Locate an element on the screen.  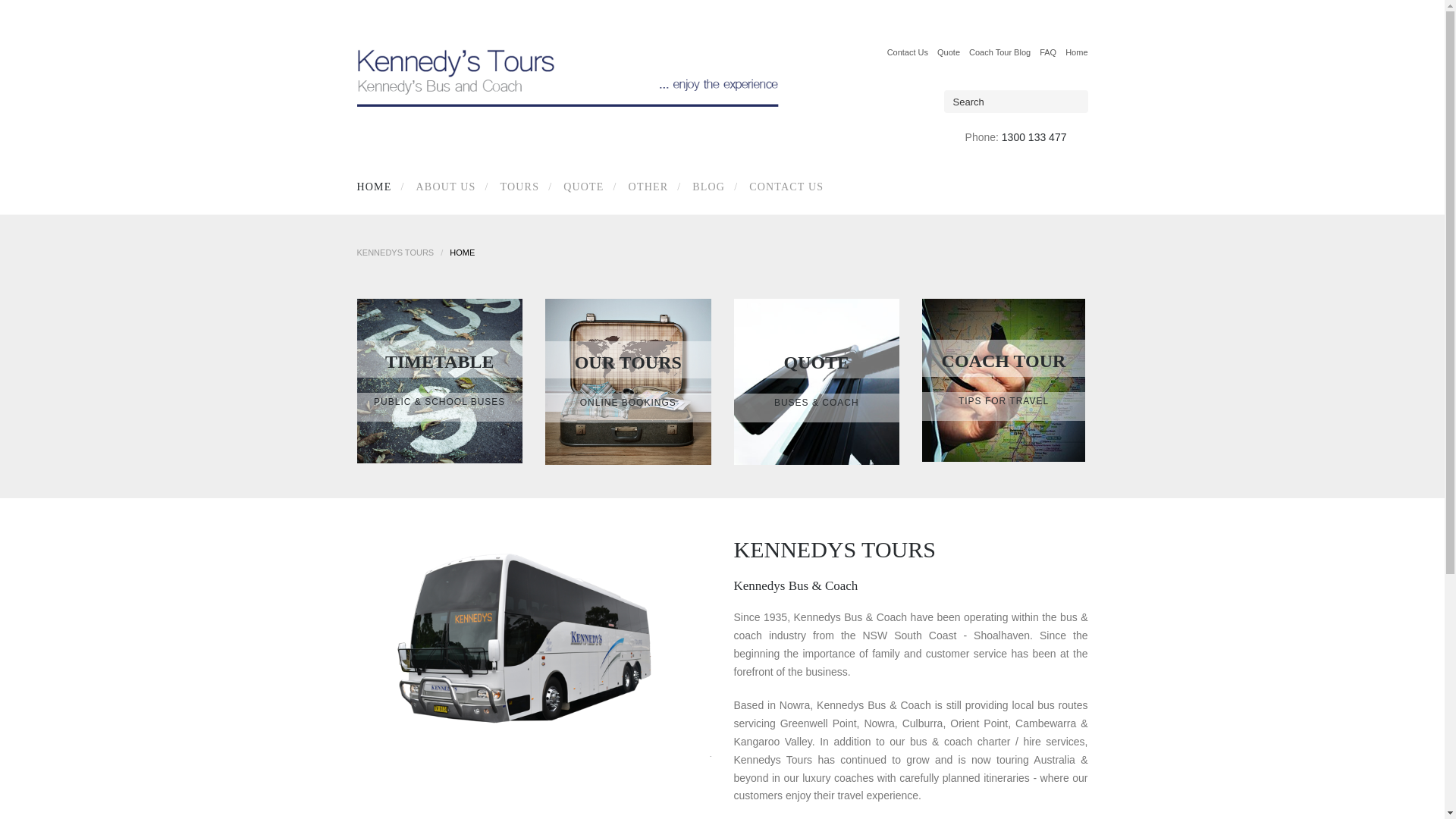
'QUOTE' is located at coordinates (548, 186).